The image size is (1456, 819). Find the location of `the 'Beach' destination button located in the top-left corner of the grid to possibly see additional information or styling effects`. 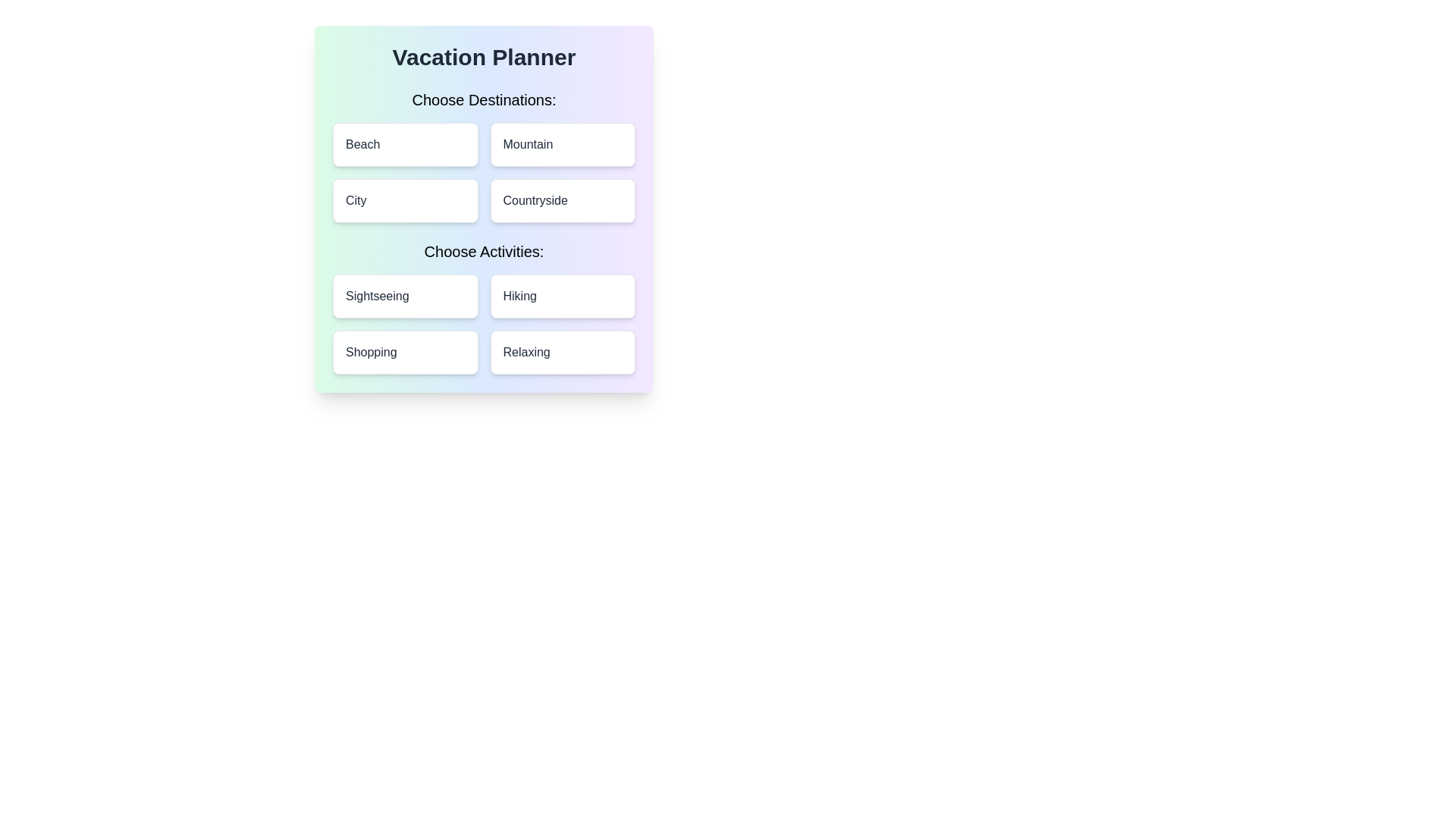

the 'Beach' destination button located in the top-left corner of the grid to possibly see additional information or styling effects is located at coordinates (405, 145).